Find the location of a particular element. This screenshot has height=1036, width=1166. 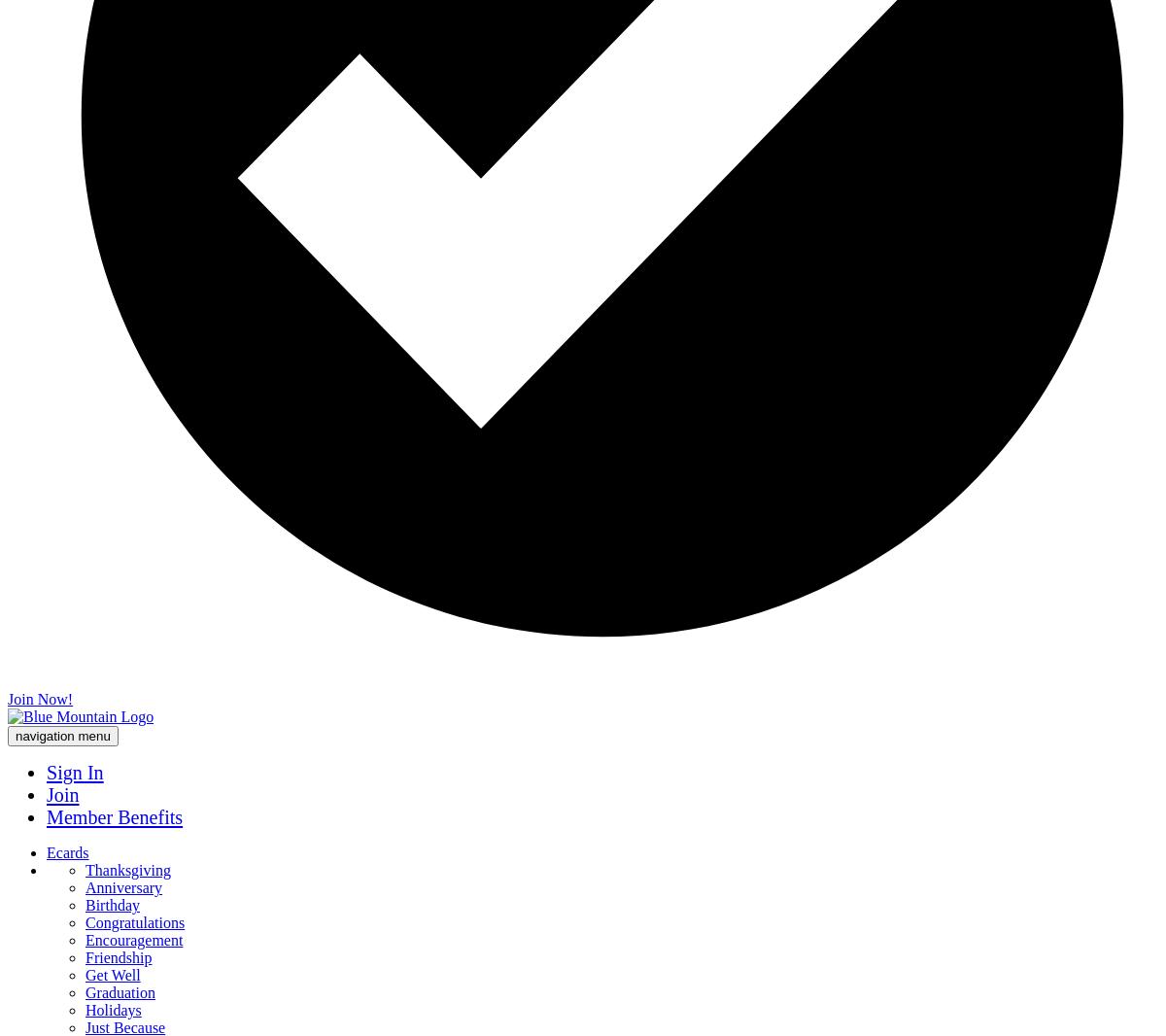

'Member Benefits' is located at coordinates (114, 816).